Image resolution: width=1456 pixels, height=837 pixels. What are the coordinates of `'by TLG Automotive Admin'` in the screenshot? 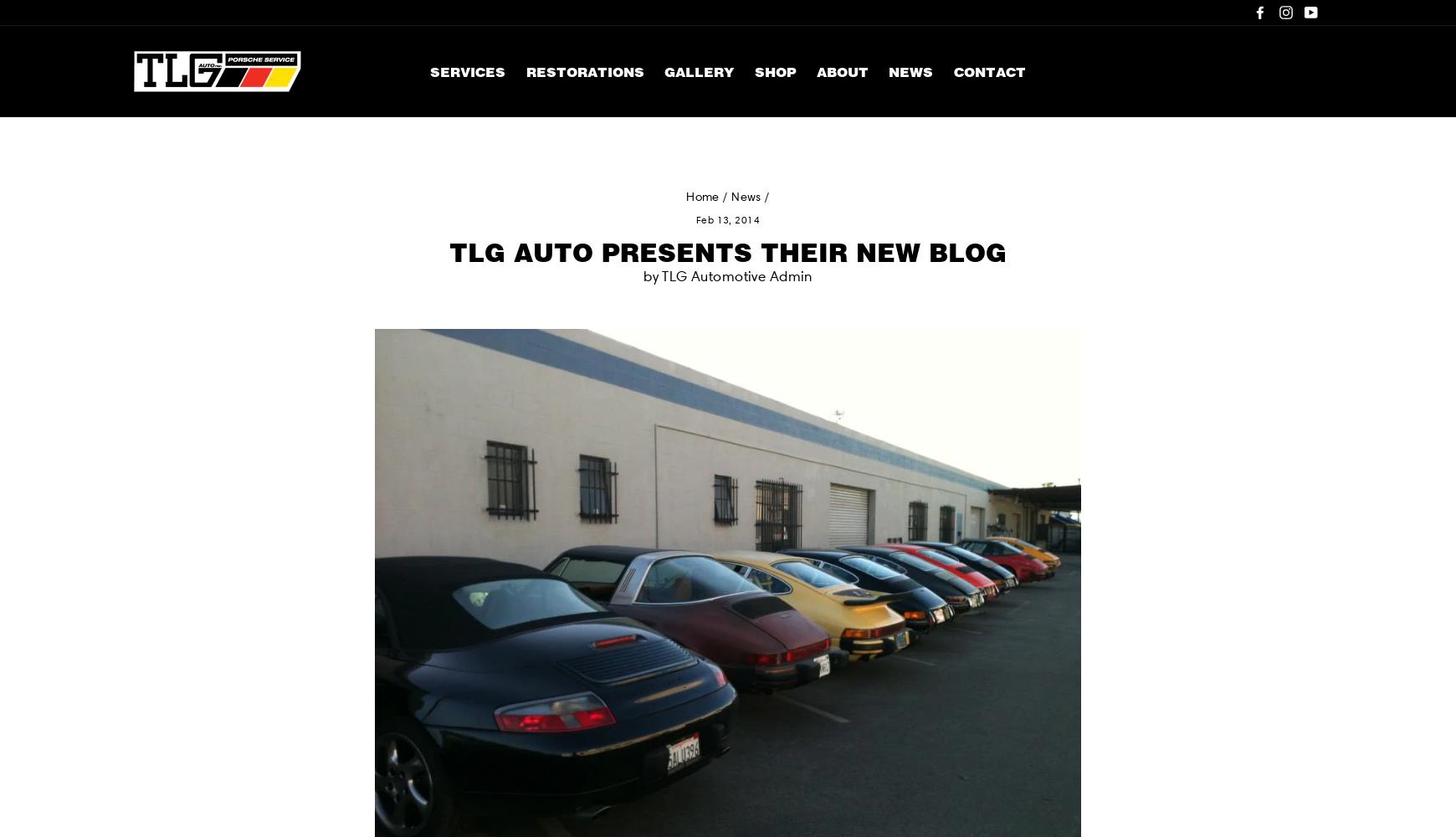 It's located at (643, 275).